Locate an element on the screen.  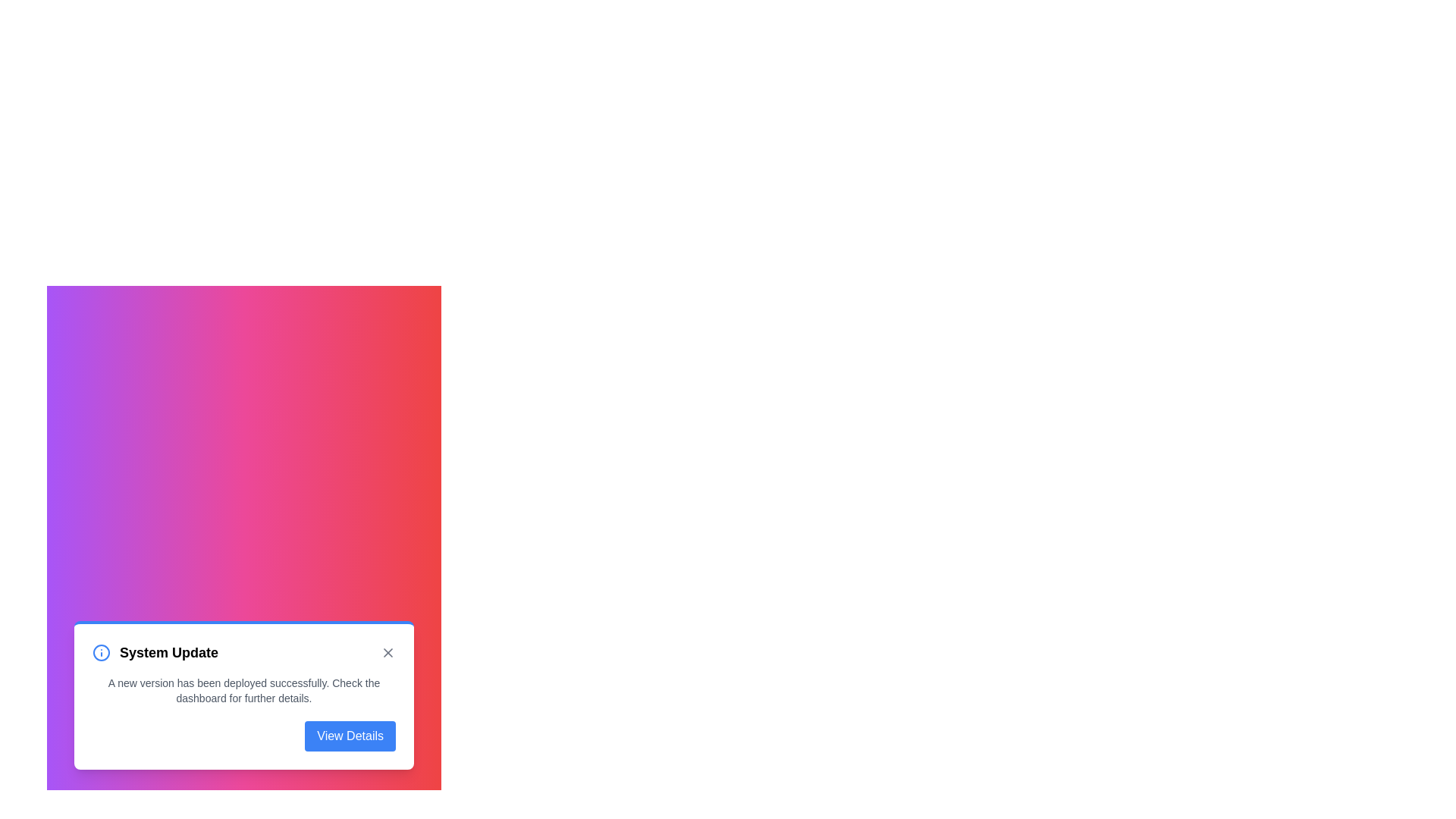
the 'View Details' button with rounded corners and a blue background in the 'System Update' dialog box is located at coordinates (350, 736).